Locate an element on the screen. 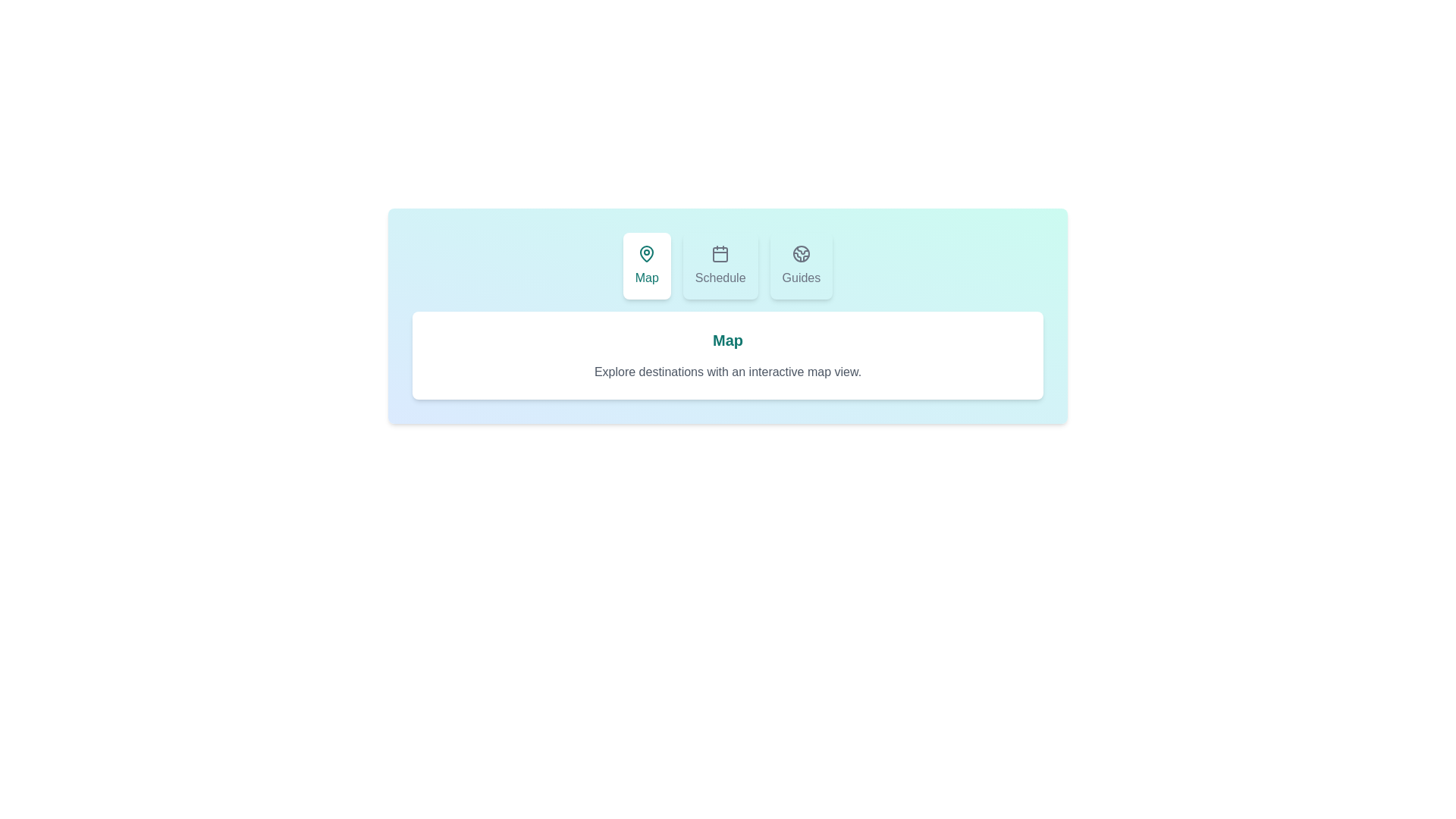 Image resolution: width=1456 pixels, height=819 pixels. the Guides tab by clicking on its button is located at coordinates (800, 265).